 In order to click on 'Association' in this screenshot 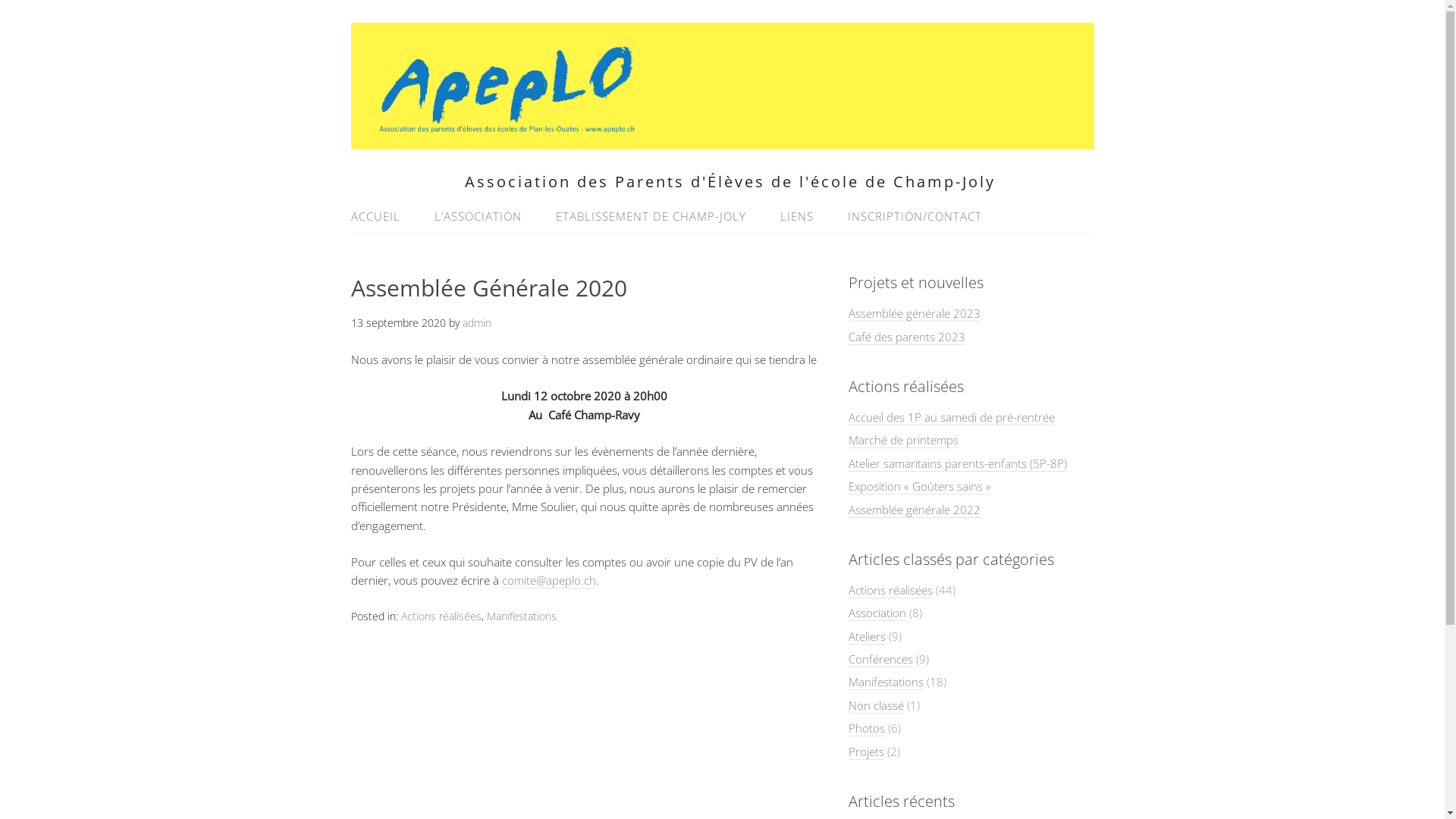, I will do `click(877, 612)`.